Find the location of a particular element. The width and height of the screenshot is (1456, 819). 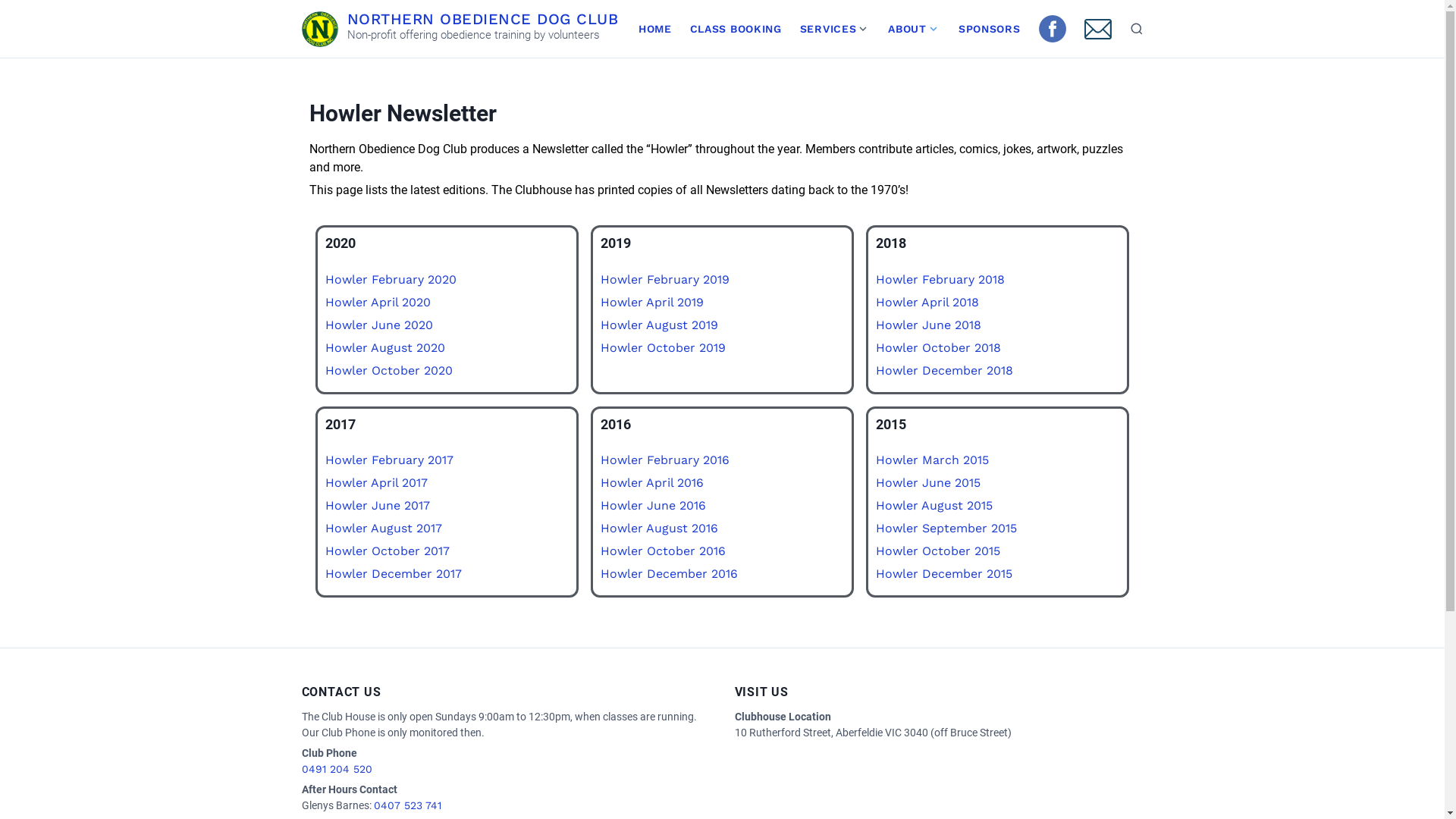

'Howler February 2017' is located at coordinates (388, 459).